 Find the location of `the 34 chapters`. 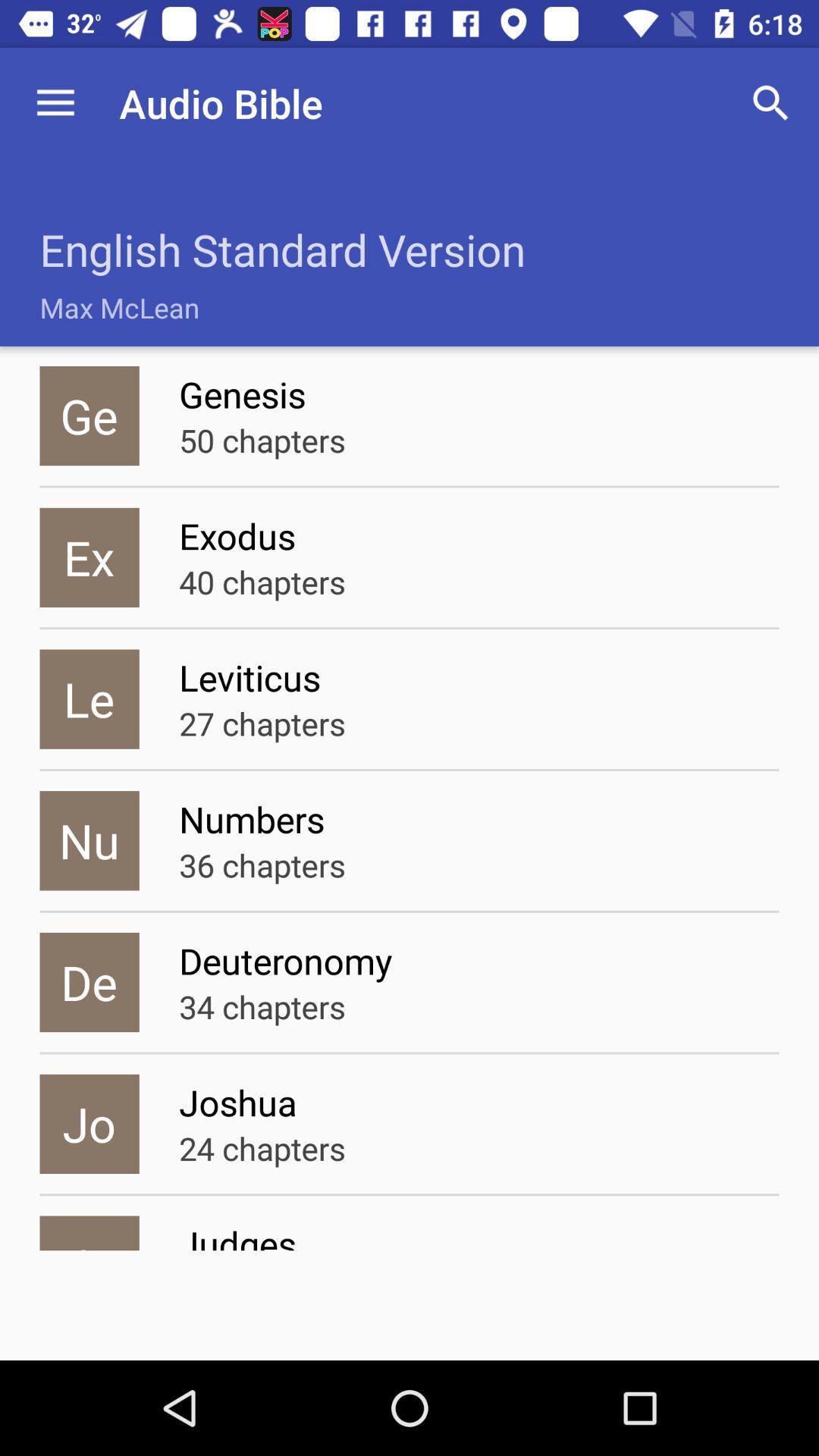

the 34 chapters is located at coordinates (262, 1006).